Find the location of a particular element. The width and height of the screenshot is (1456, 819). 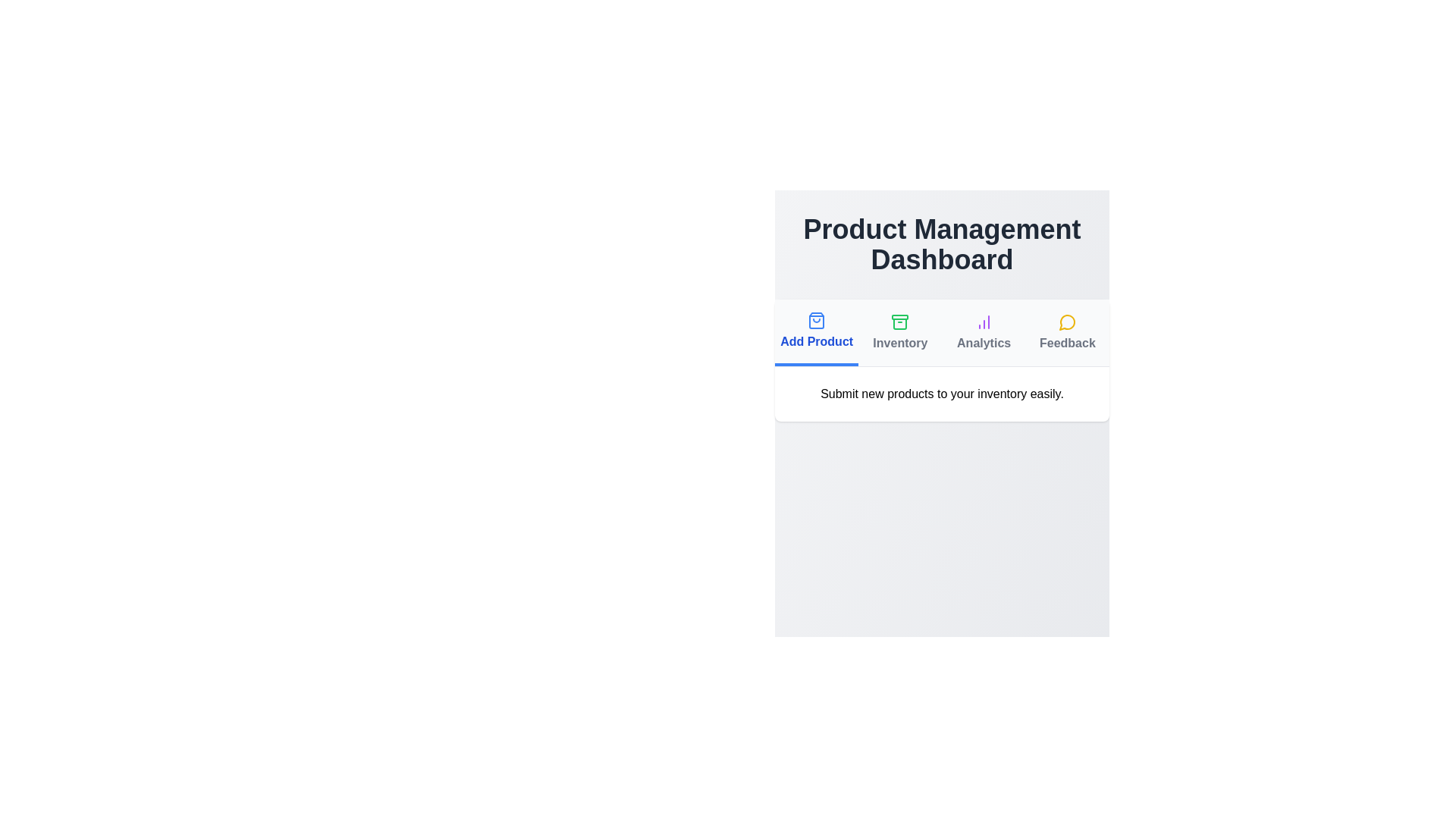

the purple-stroke graphical icon resembling a bar chart labeled 'Analytics', which is the third icon in a row of four, positioned between the 'Inventory' and 'Feedback' icons is located at coordinates (984, 321).